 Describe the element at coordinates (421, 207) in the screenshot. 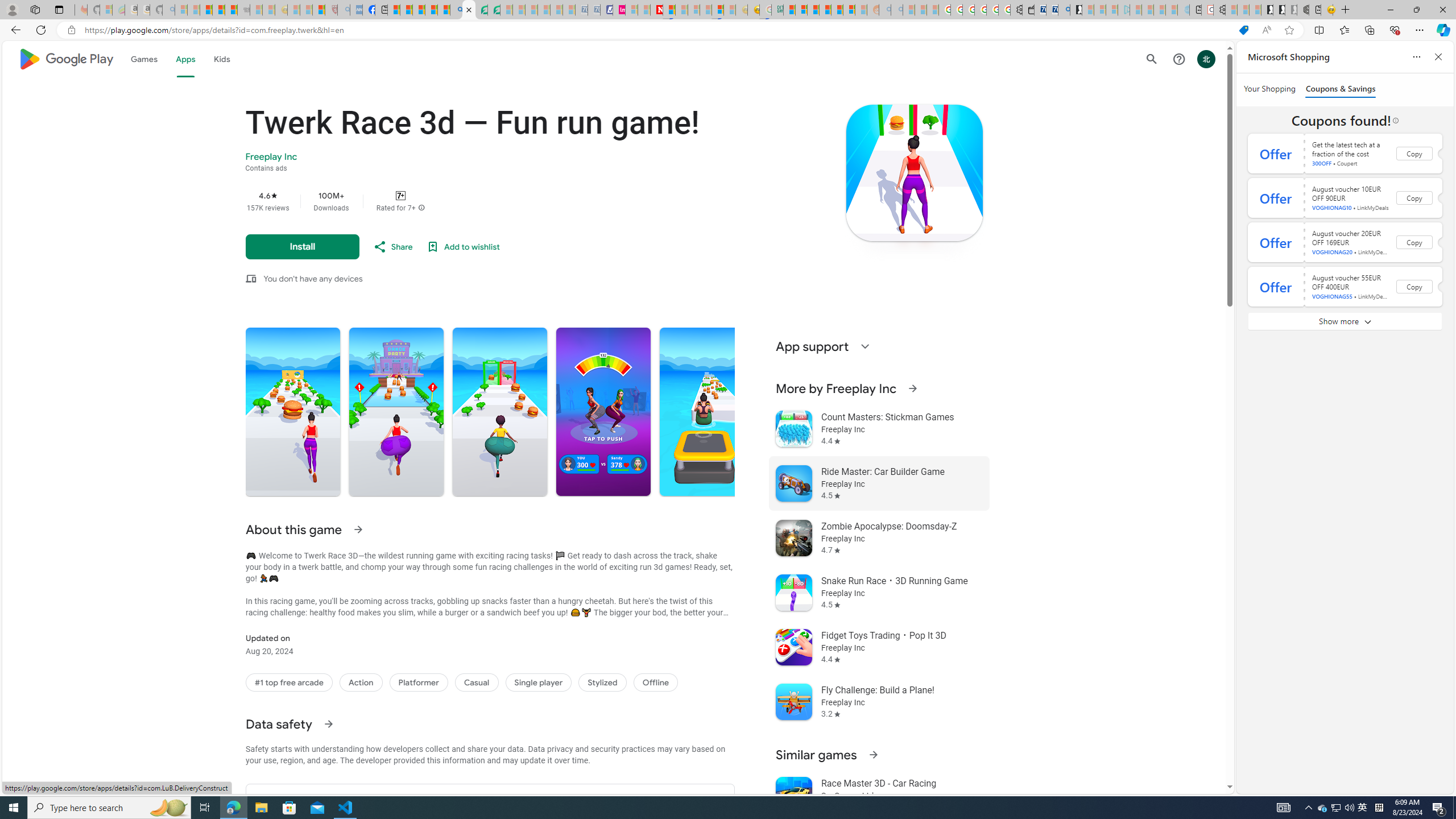

I see `'More info about this content rating'` at that location.